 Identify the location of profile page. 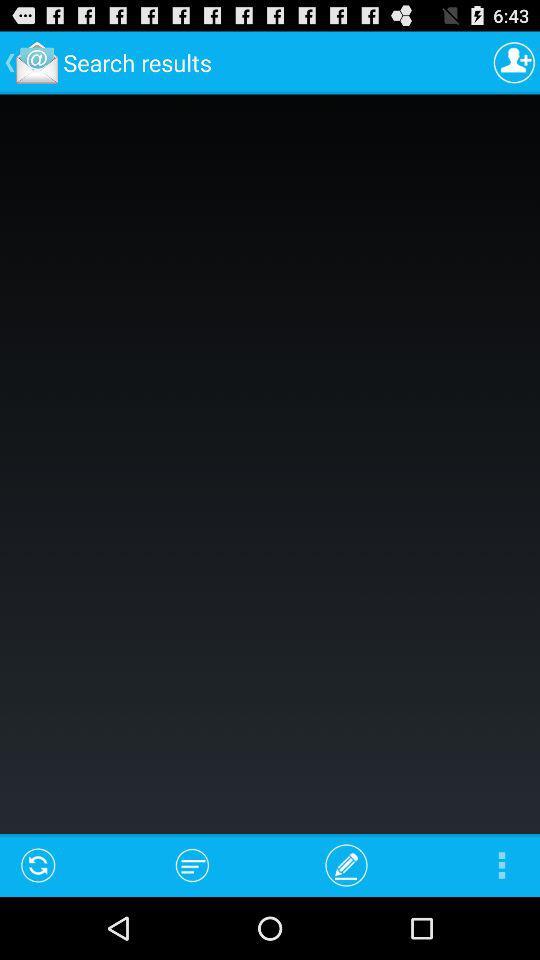
(514, 62).